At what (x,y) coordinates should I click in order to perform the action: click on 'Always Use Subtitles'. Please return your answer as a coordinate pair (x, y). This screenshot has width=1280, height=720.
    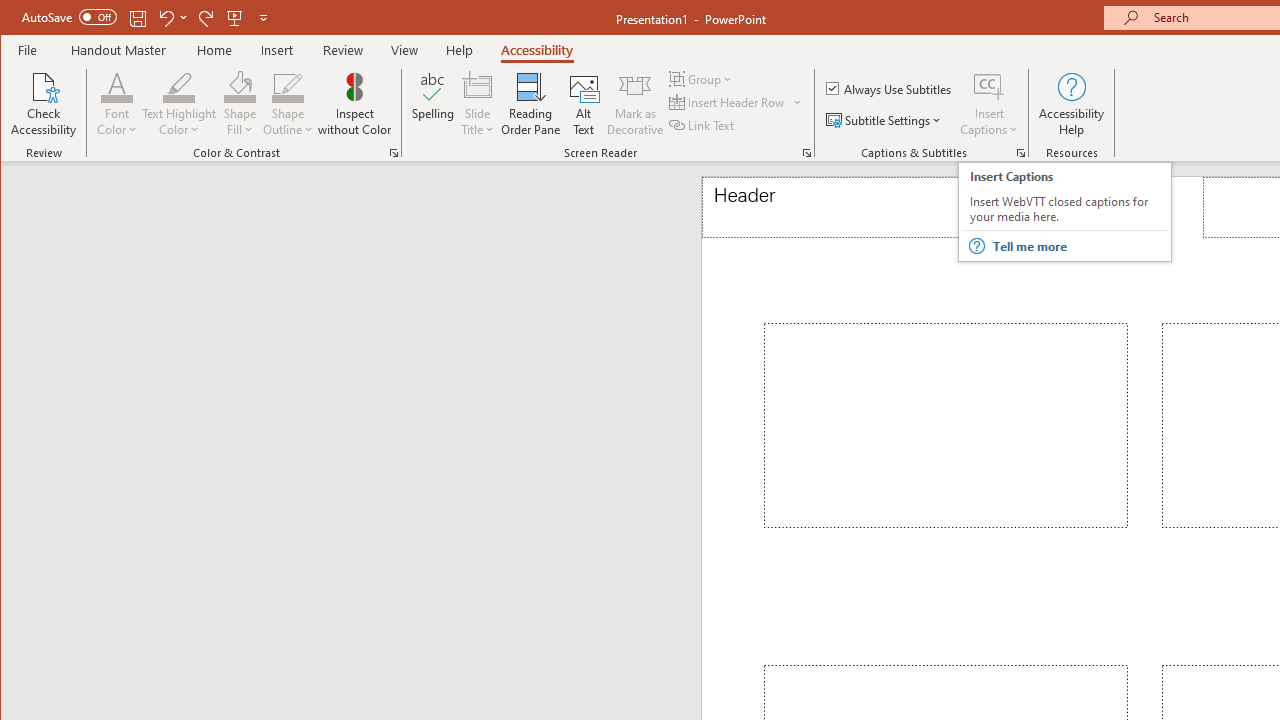
    Looking at the image, I should click on (889, 87).